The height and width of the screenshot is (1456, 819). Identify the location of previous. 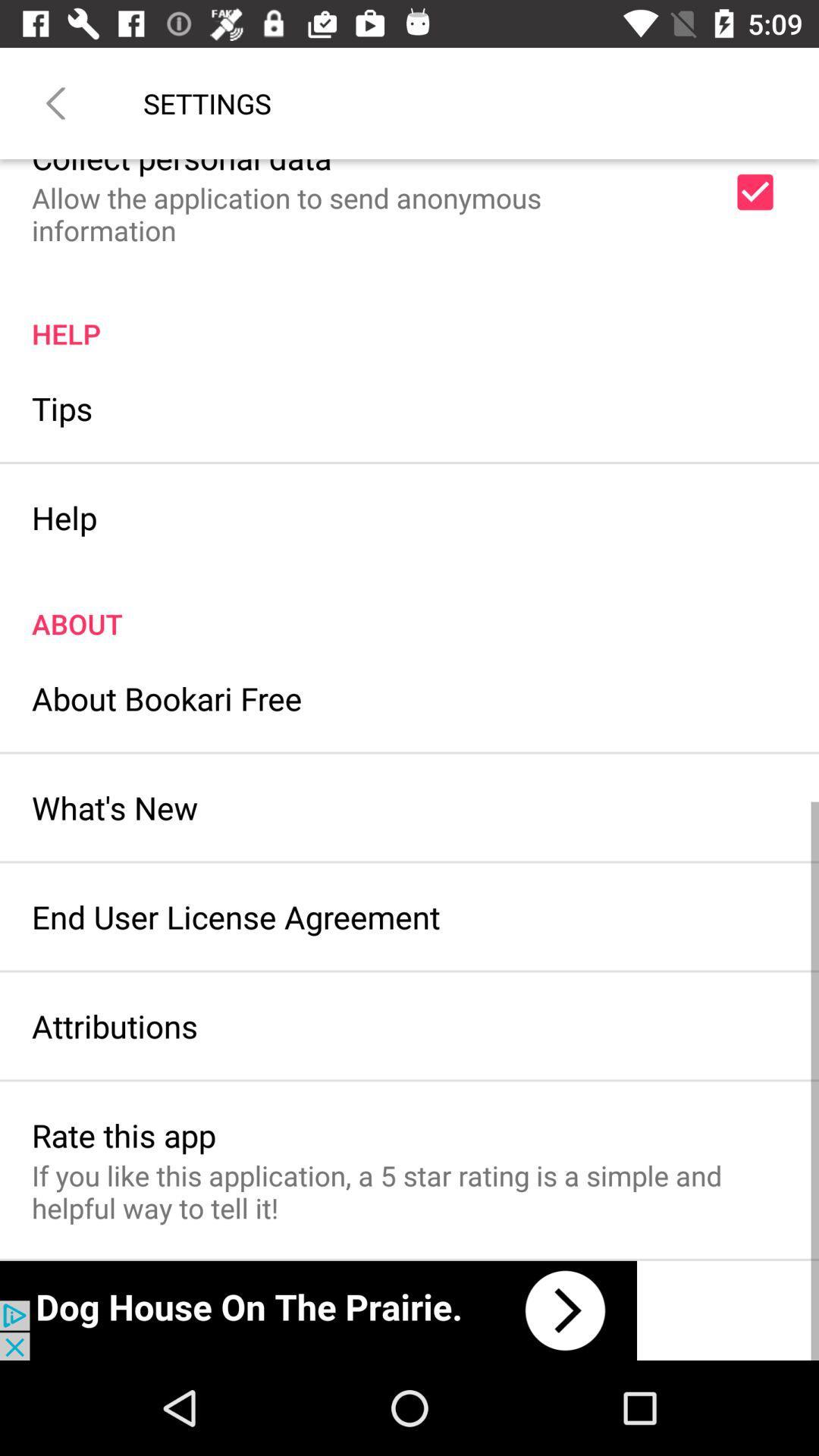
(55, 102).